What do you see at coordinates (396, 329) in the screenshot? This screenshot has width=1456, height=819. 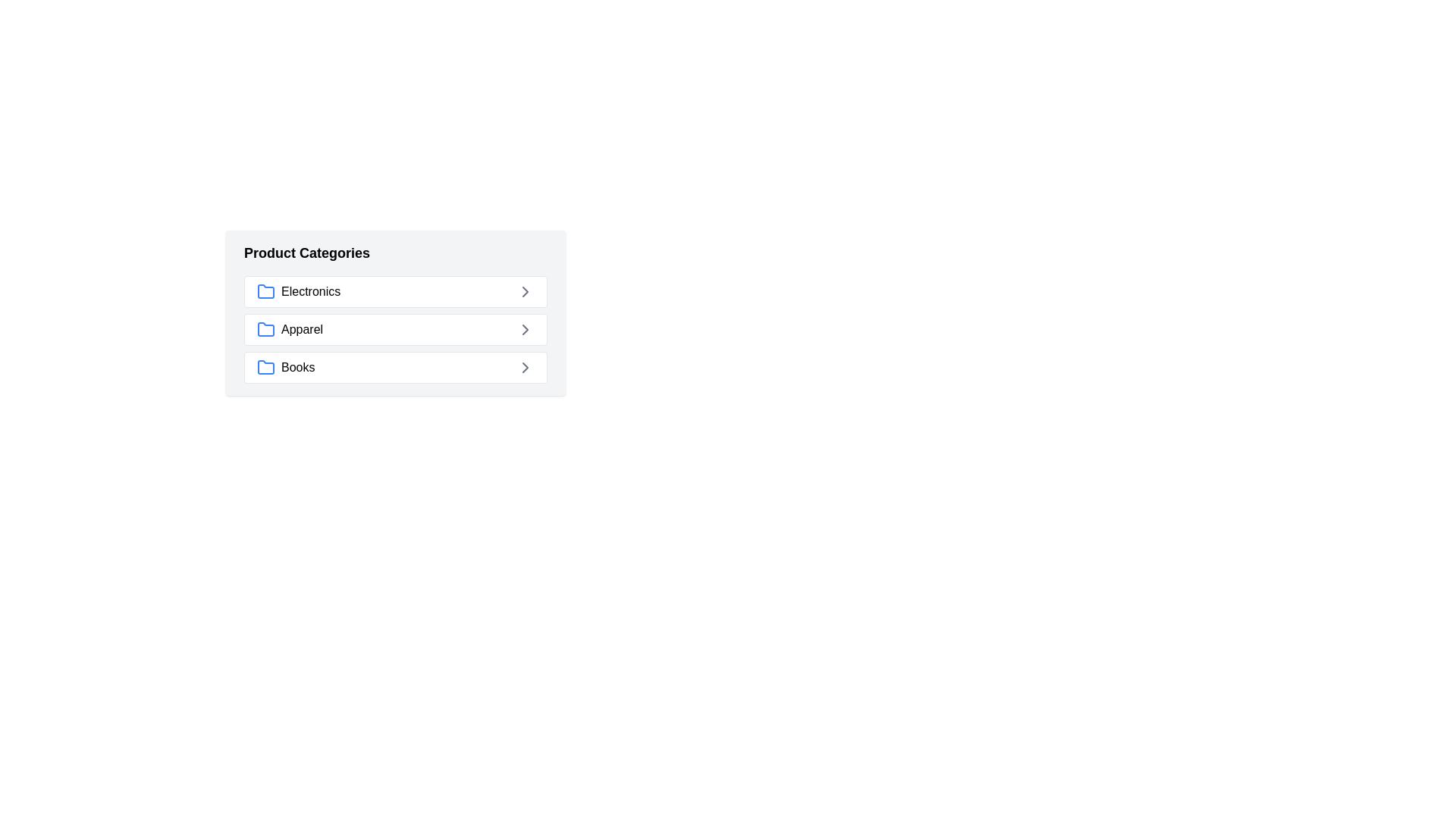 I see `the second selectable list item for the category 'Apparel'` at bounding box center [396, 329].